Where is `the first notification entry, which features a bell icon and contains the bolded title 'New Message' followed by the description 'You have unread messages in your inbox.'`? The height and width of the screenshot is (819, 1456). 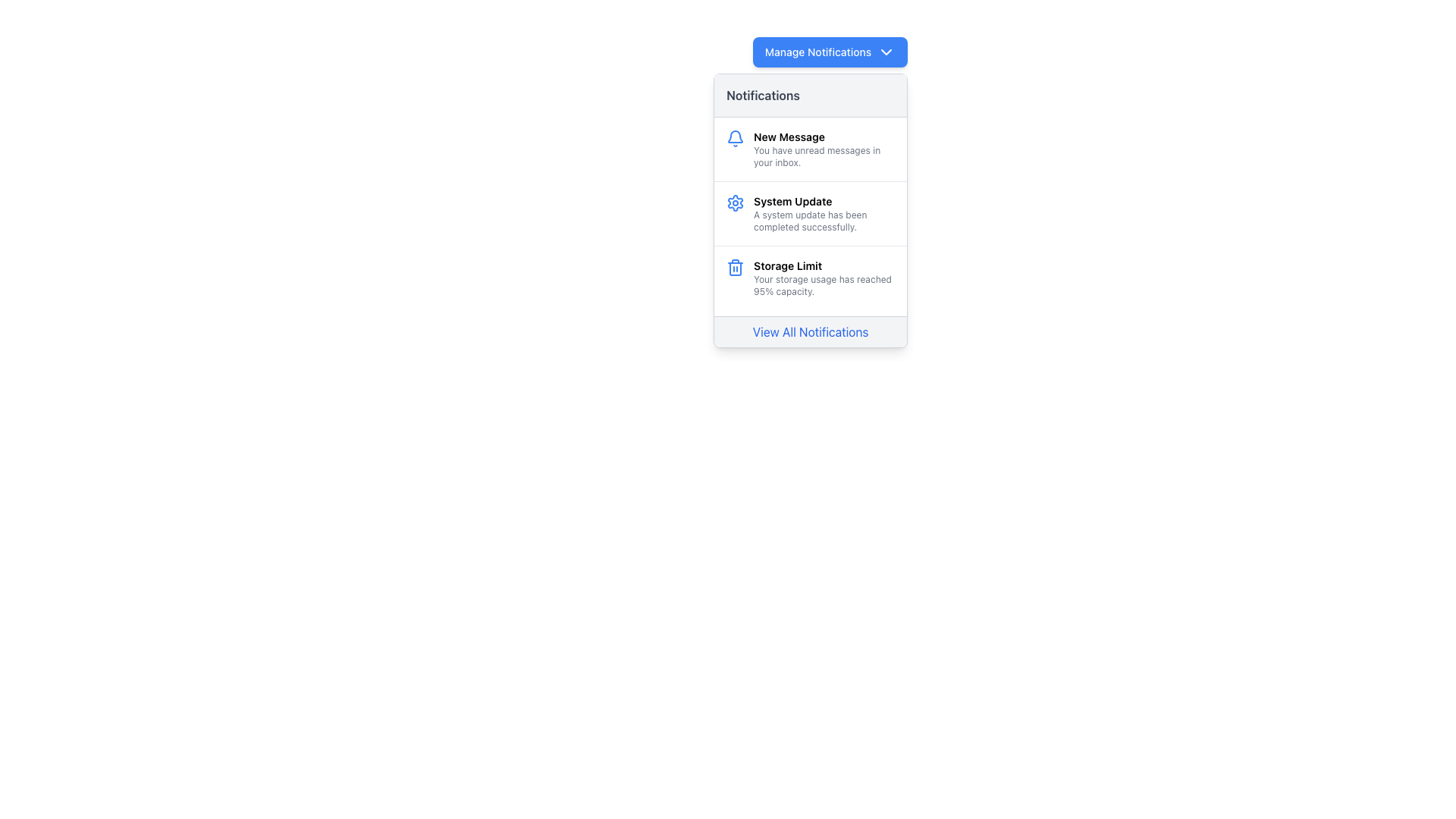
the first notification entry, which features a bell icon and contains the bolded title 'New Message' followed by the description 'You have unread messages in your inbox.' is located at coordinates (810, 149).